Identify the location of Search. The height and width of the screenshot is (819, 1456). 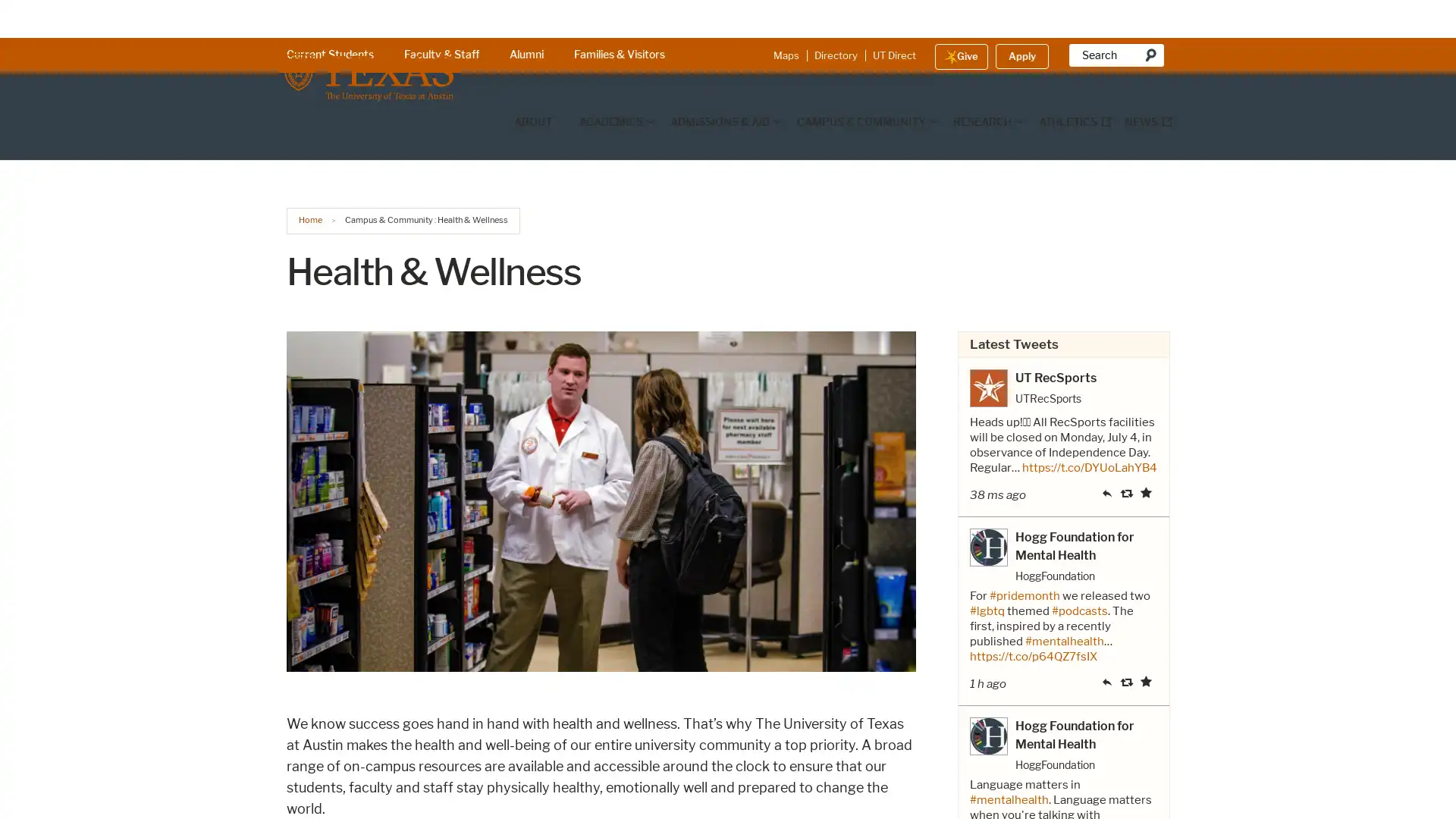
(1150, 17).